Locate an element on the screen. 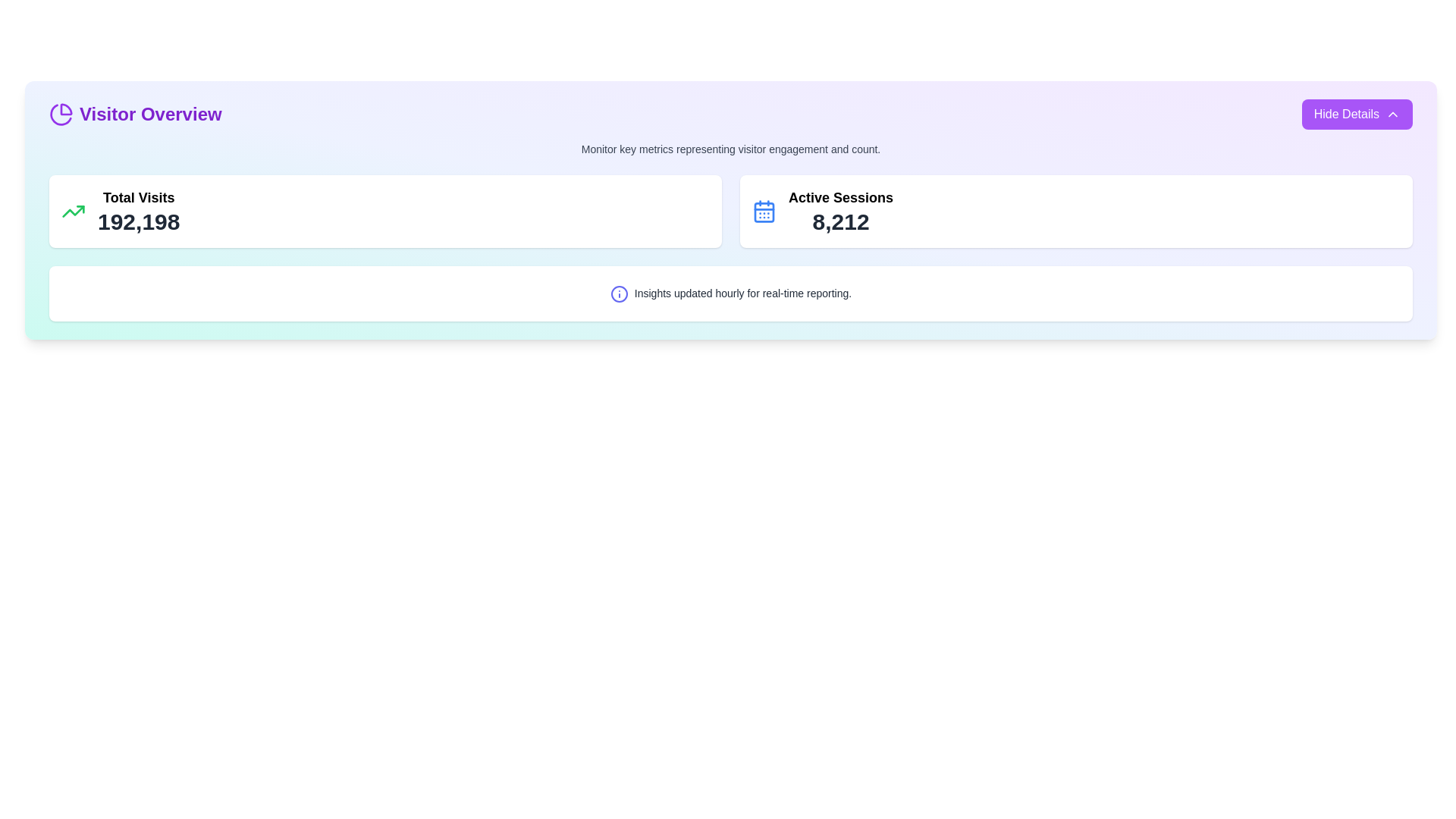 This screenshot has width=1456, height=819. the text label that provides information about the frequency of data updates, located at the center of a white background section at the bottom of the dashboard panel is located at coordinates (742, 293).